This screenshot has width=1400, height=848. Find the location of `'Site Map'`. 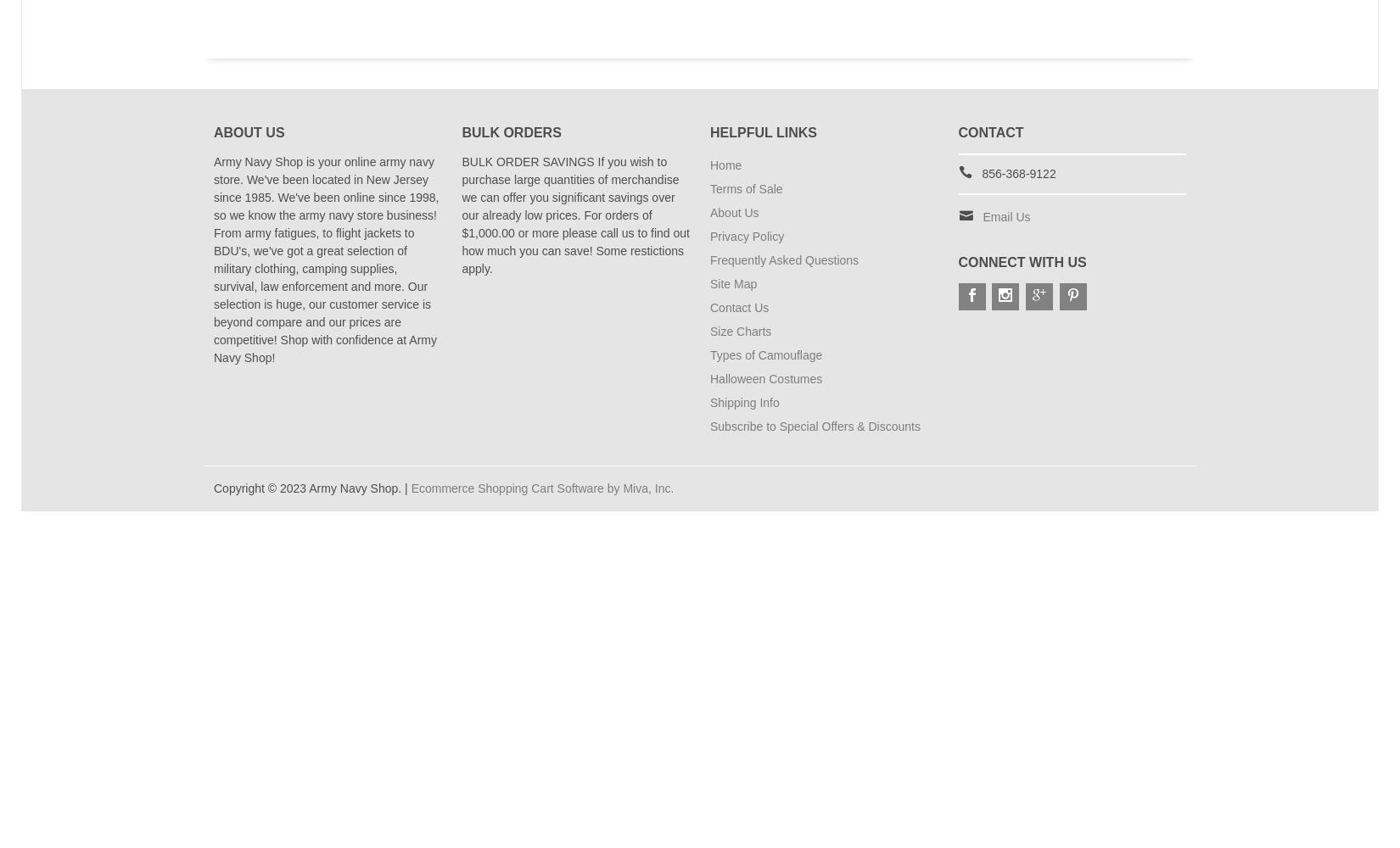

'Site Map' is located at coordinates (733, 282).